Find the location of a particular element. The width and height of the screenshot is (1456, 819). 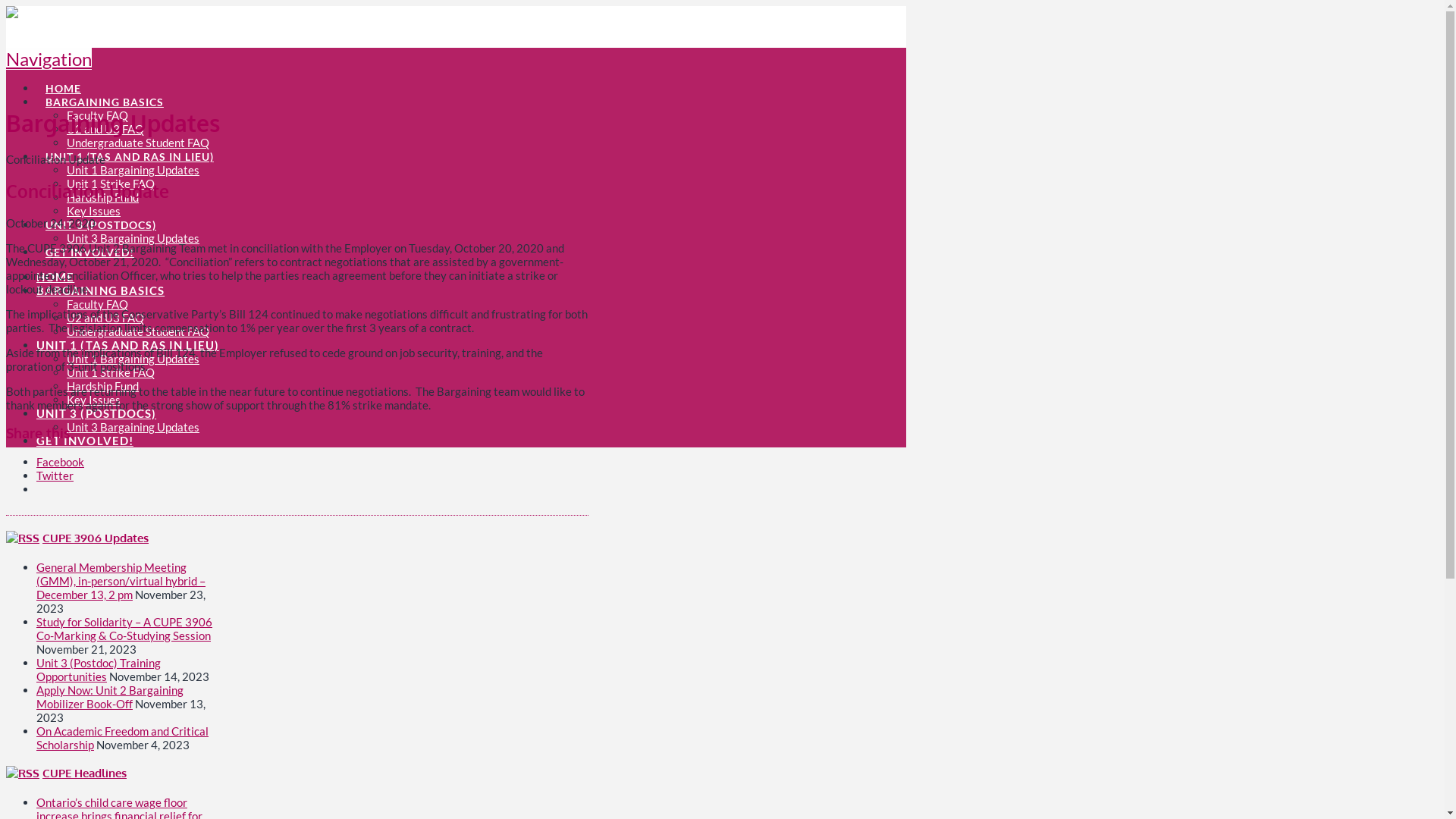

'Navigation' is located at coordinates (49, 58).